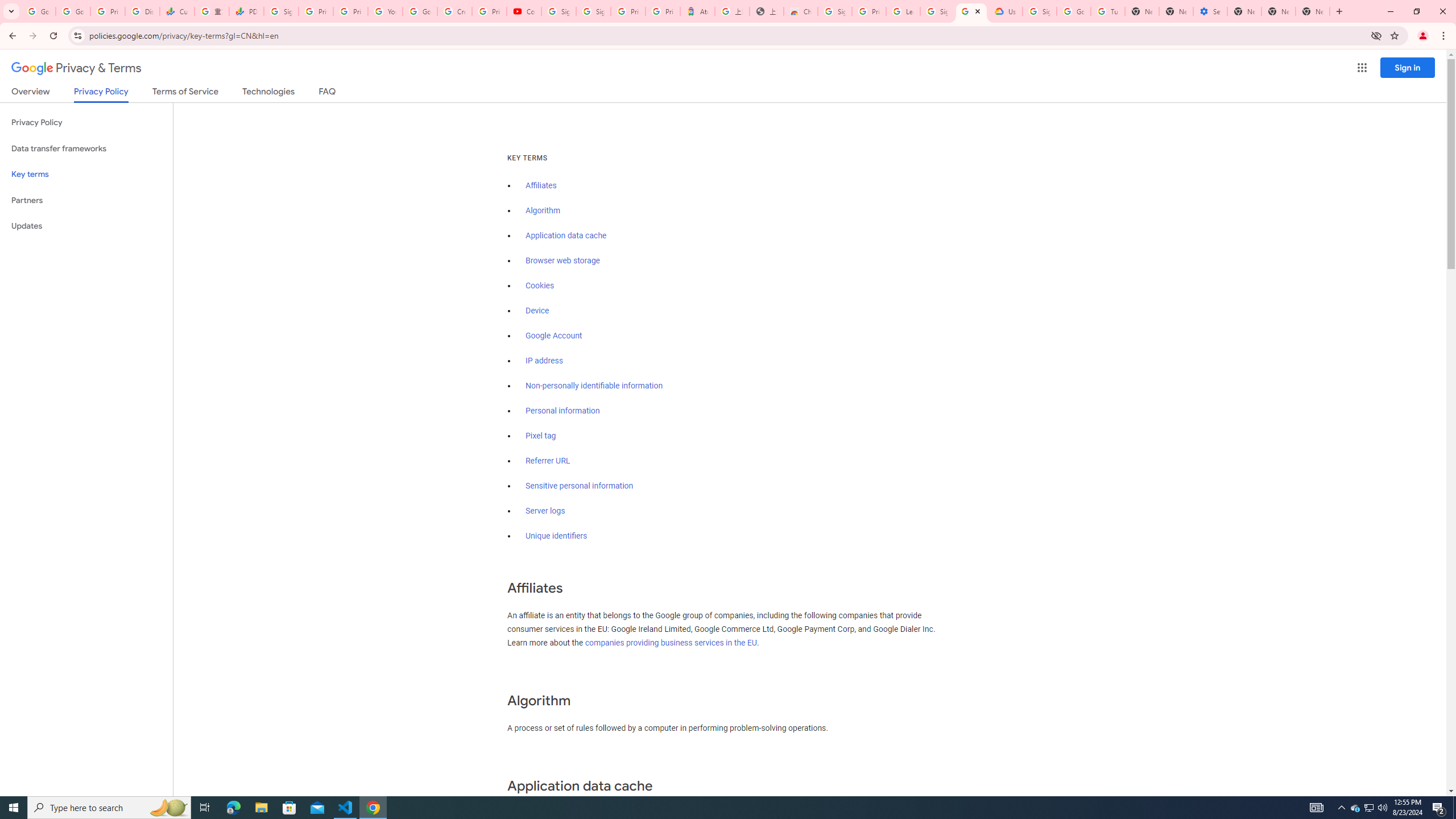  I want to click on 'Affiliates', so click(540, 185).